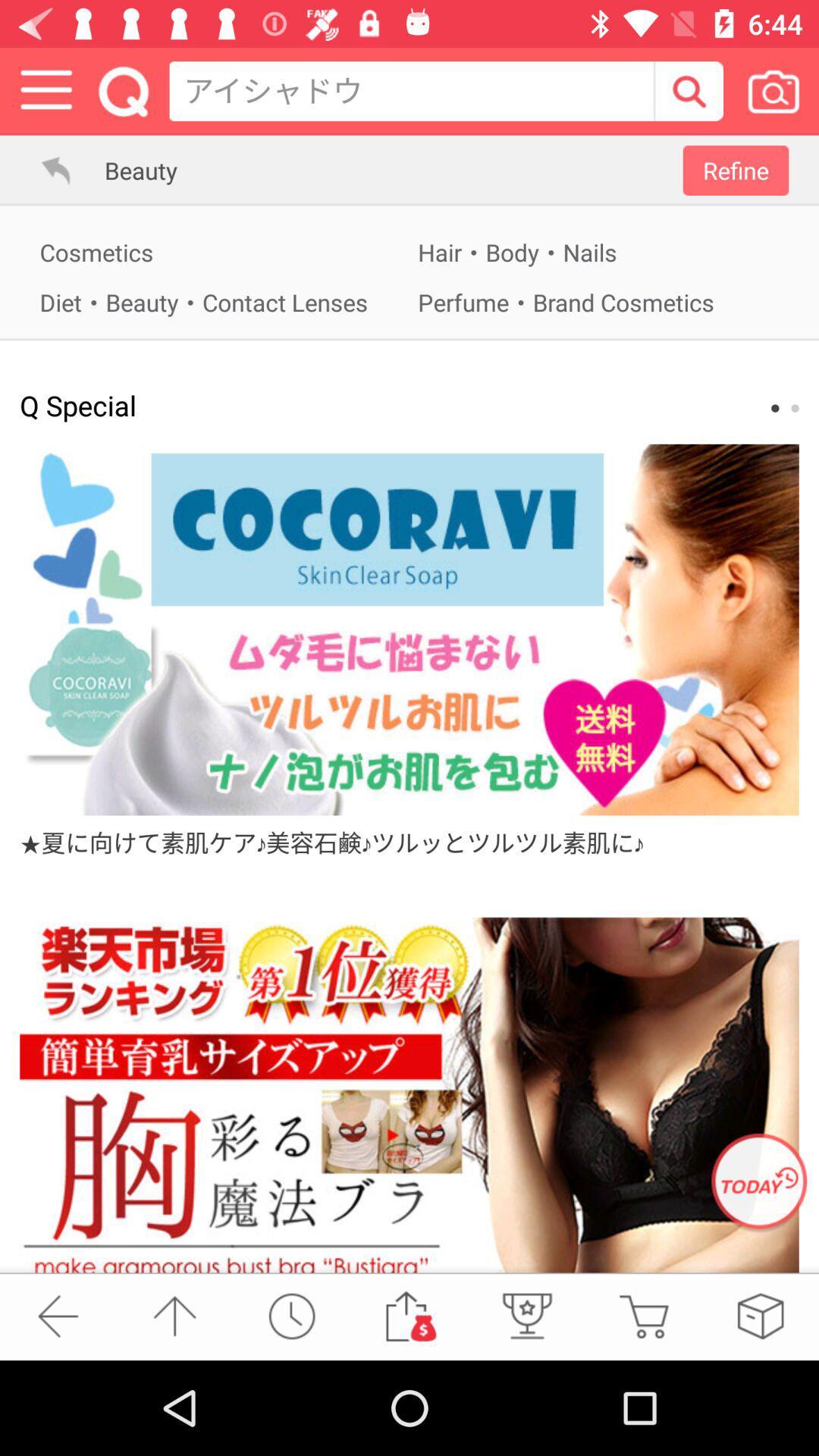 Image resolution: width=819 pixels, height=1456 pixels. What do you see at coordinates (57, 1315) in the screenshot?
I see `back` at bounding box center [57, 1315].